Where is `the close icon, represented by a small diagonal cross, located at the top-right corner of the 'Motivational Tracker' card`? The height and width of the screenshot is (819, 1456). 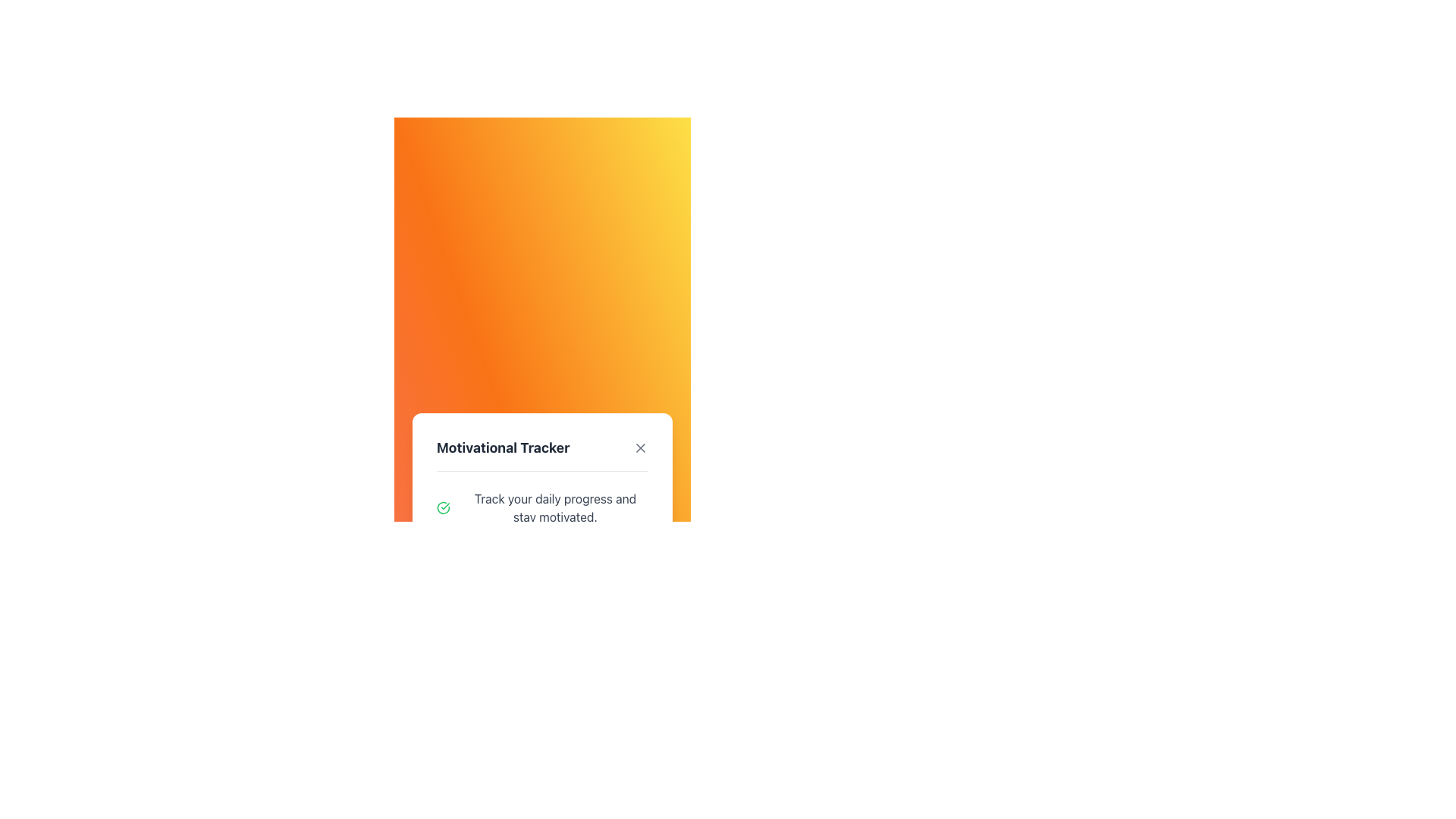
the close icon, represented by a small diagonal cross, located at the top-right corner of the 'Motivational Tracker' card is located at coordinates (640, 447).